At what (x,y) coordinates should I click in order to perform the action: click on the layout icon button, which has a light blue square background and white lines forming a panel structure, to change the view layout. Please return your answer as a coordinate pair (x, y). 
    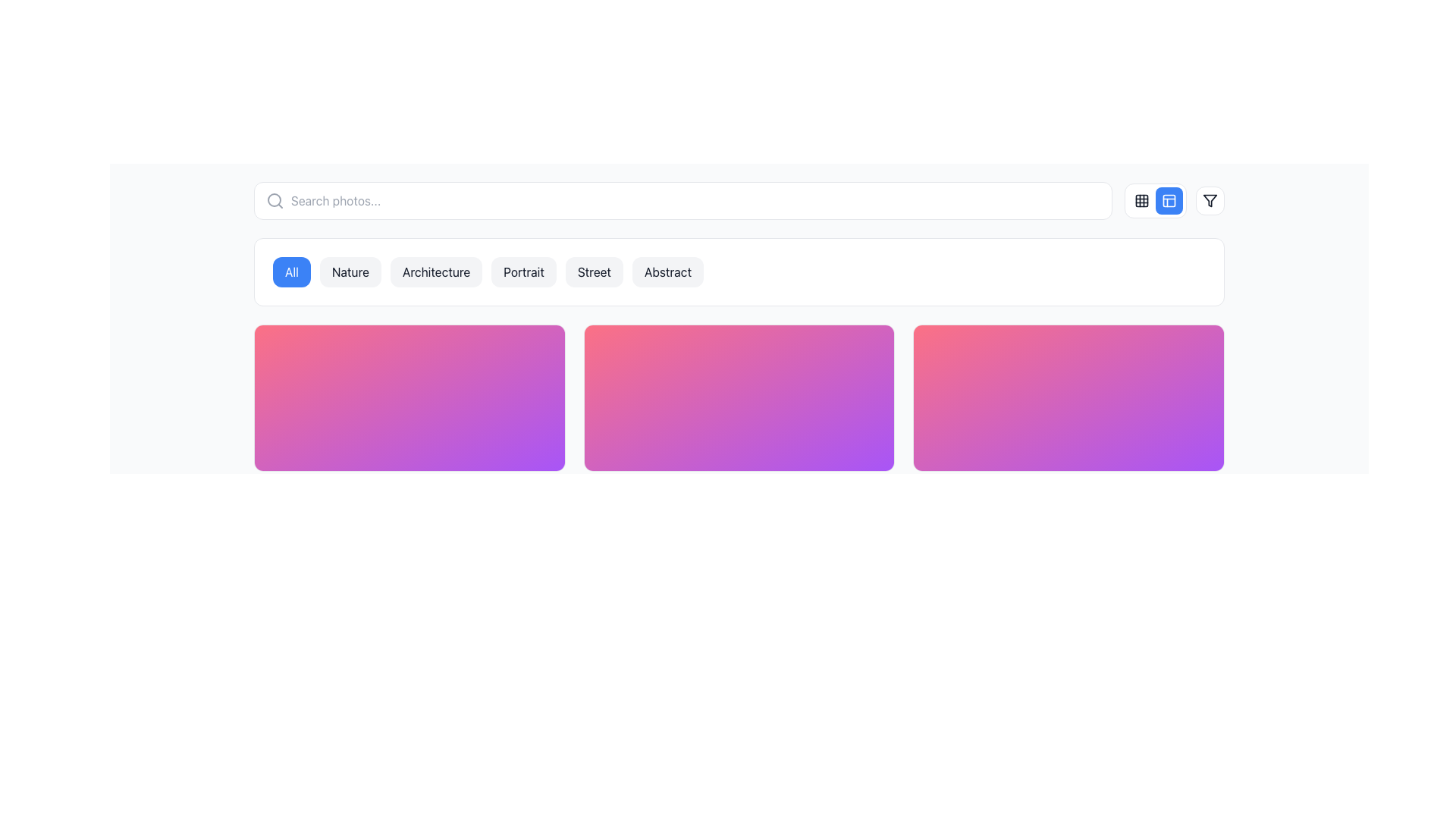
    Looking at the image, I should click on (1168, 200).